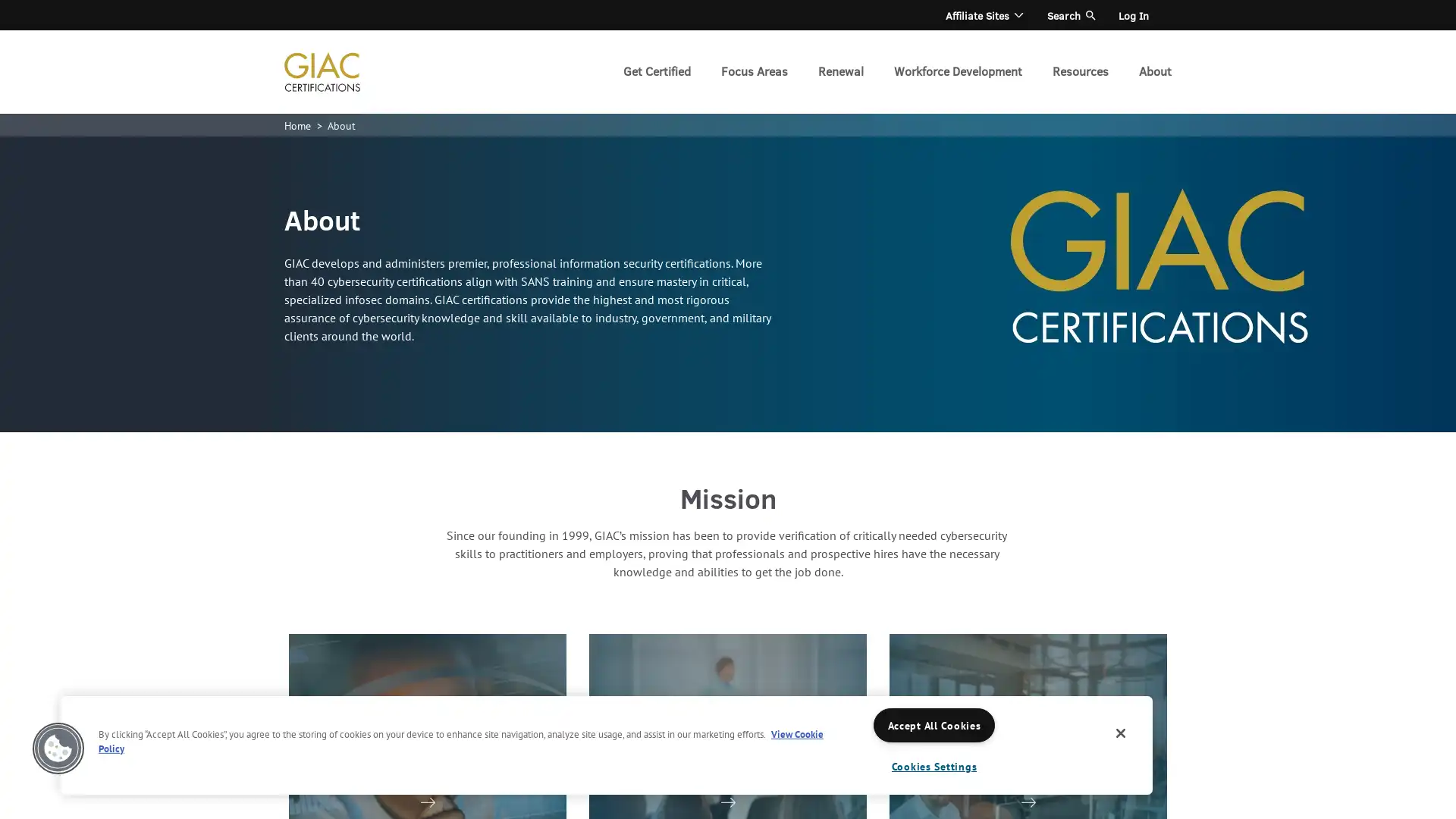 This screenshot has width=1456, height=819. What do you see at coordinates (934, 724) in the screenshot?
I see `Accept All Cookies` at bounding box center [934, 724].